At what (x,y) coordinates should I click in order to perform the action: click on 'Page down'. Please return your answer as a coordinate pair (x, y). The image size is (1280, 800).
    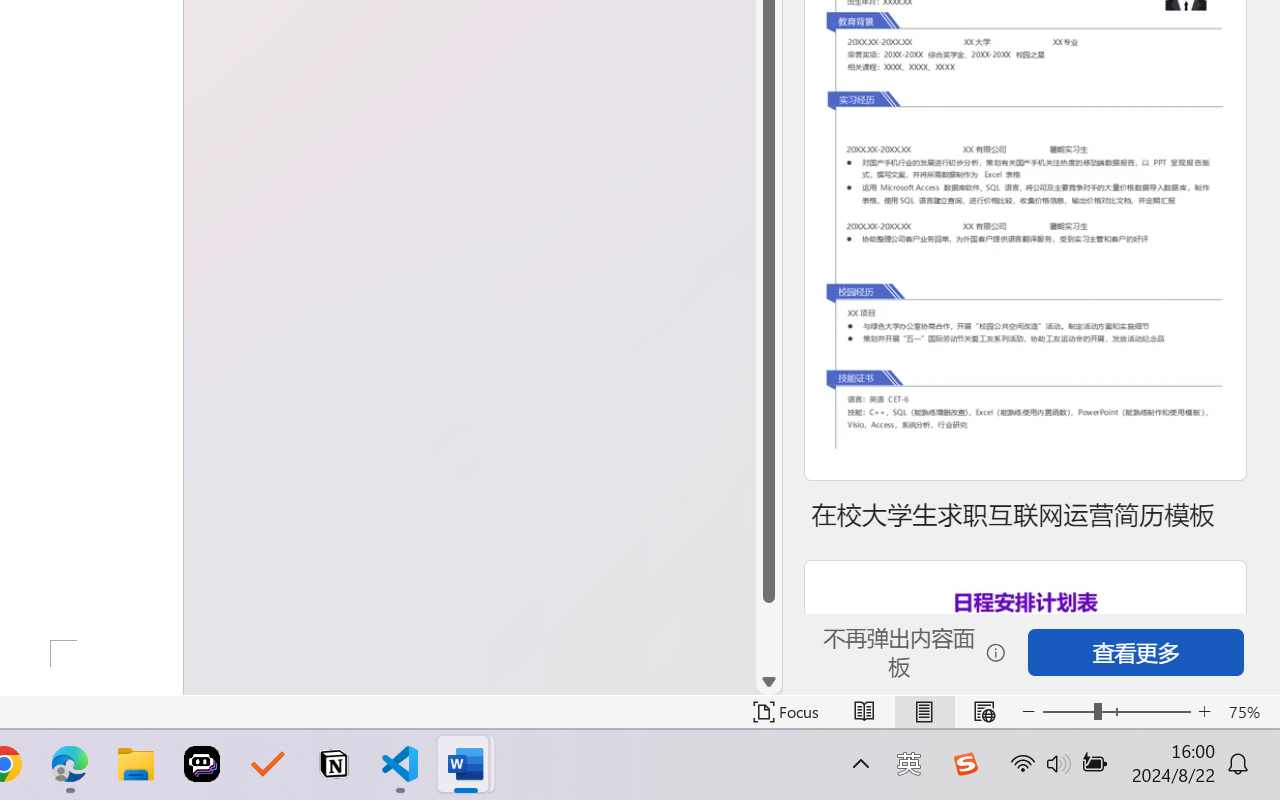
    Looking at the image, I should click on (768, 635).